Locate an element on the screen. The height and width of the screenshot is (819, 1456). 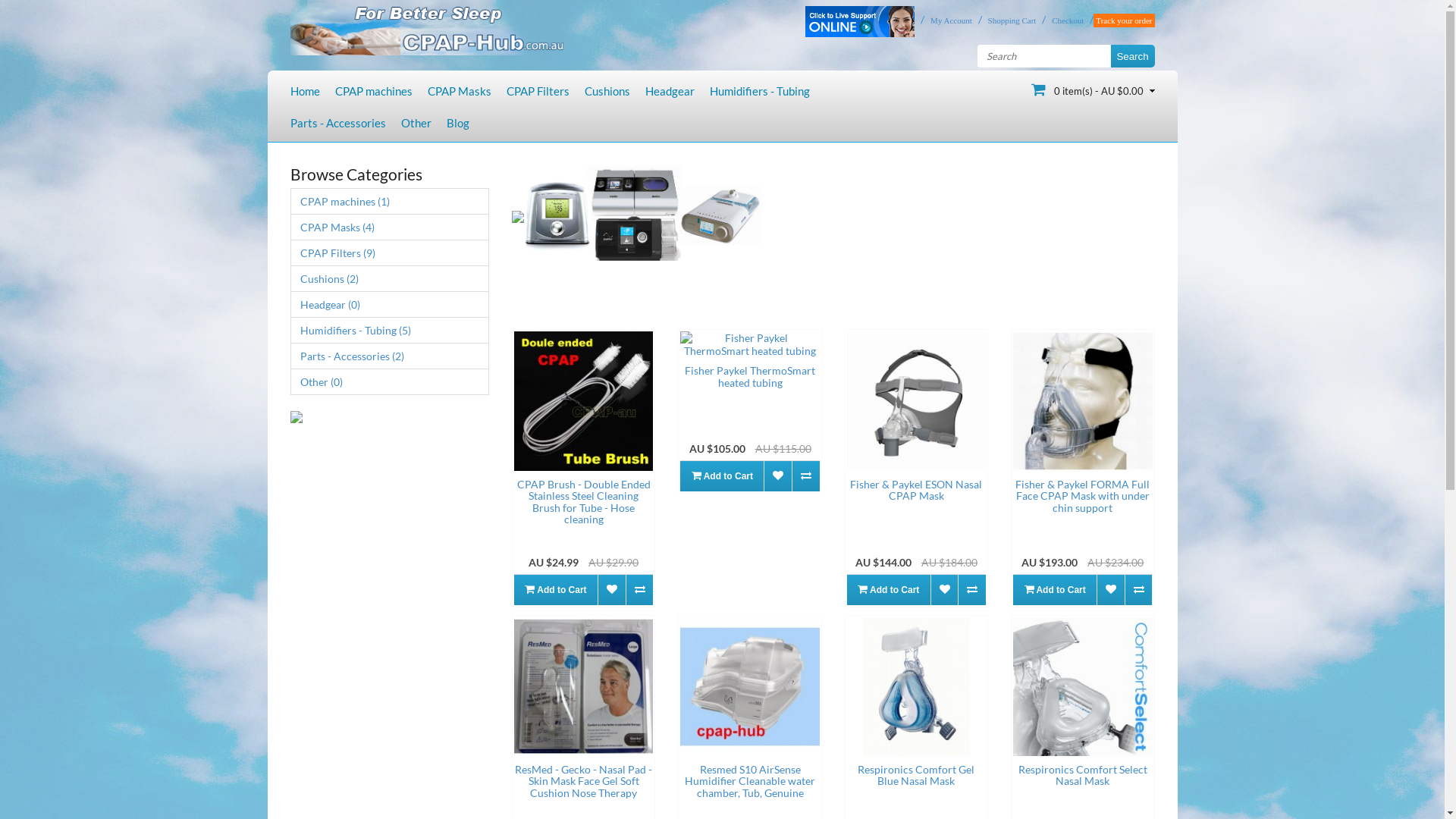
'Other (0)' is located at coordinates (389, 381).